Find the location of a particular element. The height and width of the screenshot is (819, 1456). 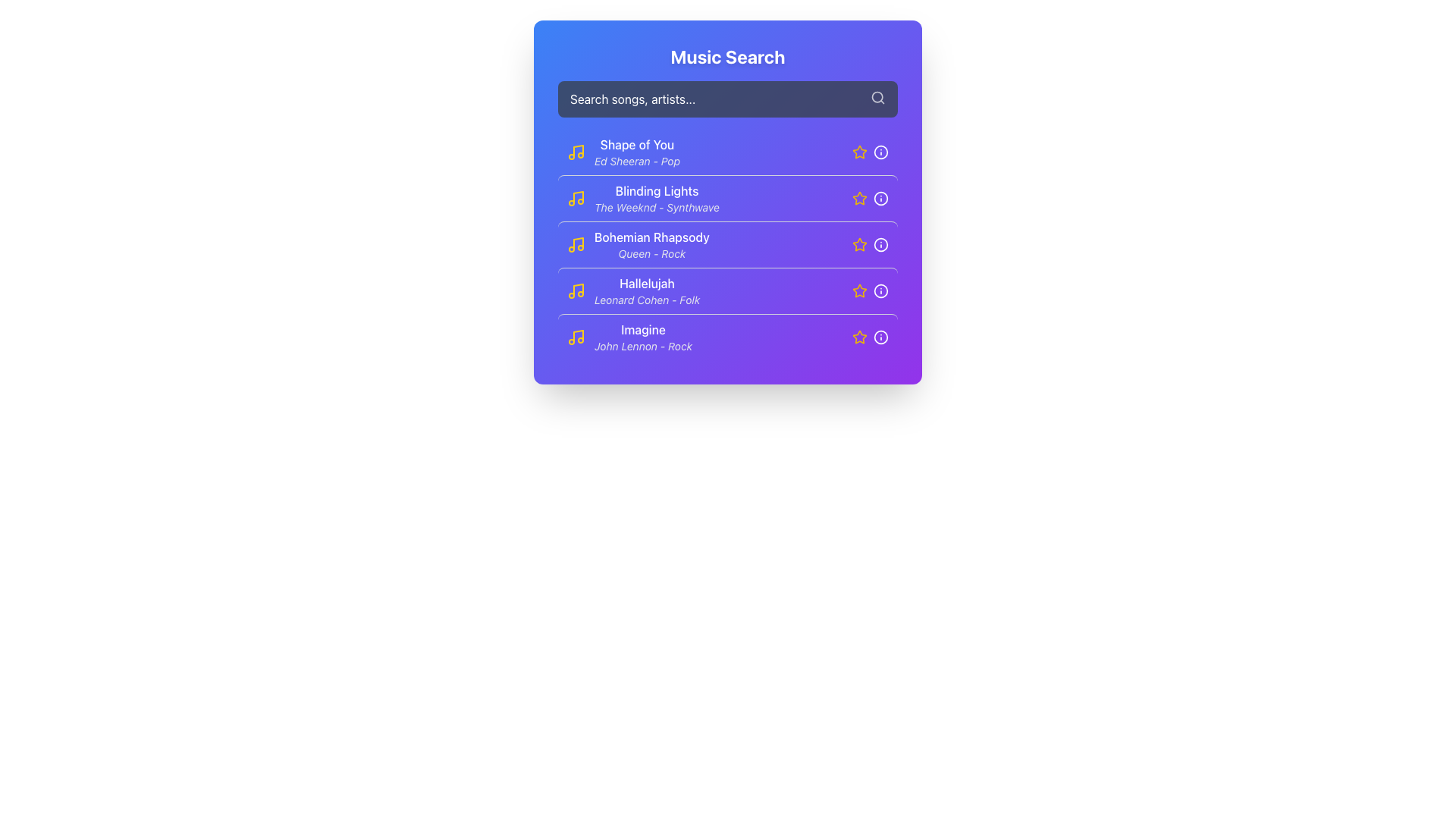

the fifth list item is located at coordinates (629, 336).